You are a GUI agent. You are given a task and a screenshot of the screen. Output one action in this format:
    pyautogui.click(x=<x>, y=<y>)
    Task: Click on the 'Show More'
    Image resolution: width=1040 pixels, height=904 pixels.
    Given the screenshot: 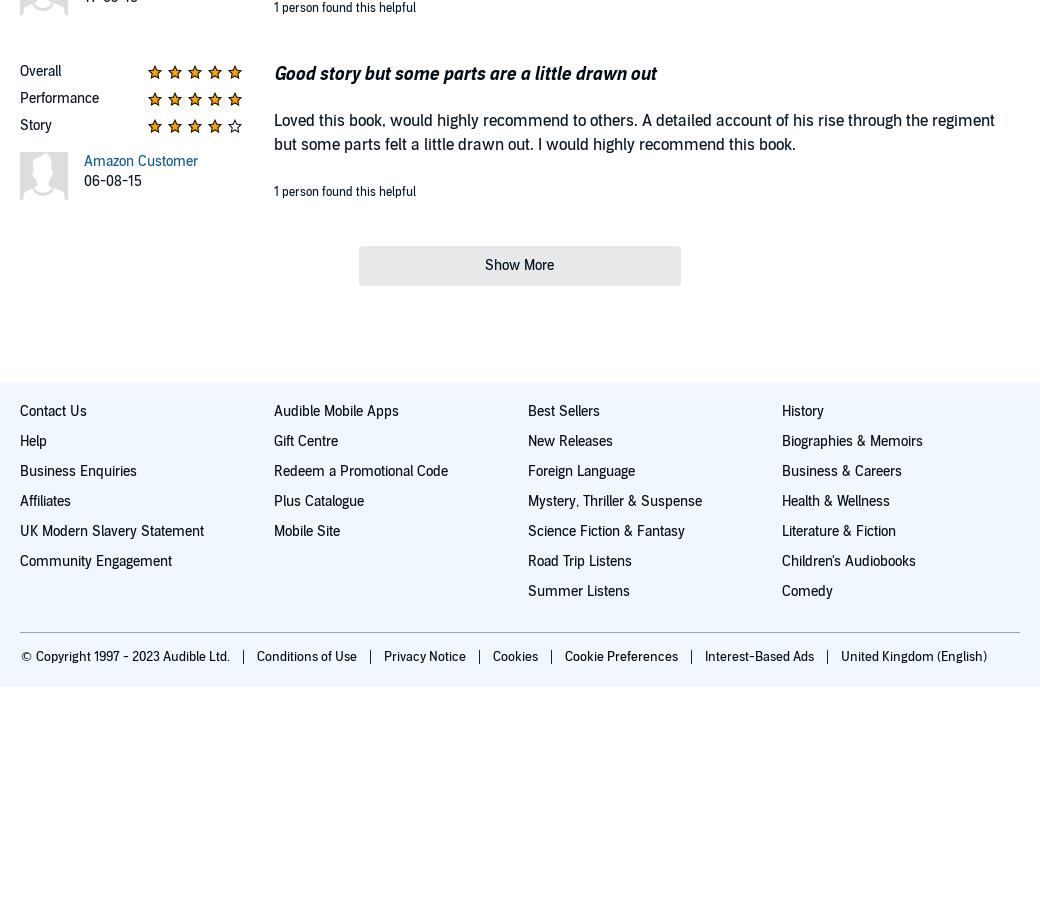 What is the action you would take?
    pyautogui.click(x=519, y=263)
    